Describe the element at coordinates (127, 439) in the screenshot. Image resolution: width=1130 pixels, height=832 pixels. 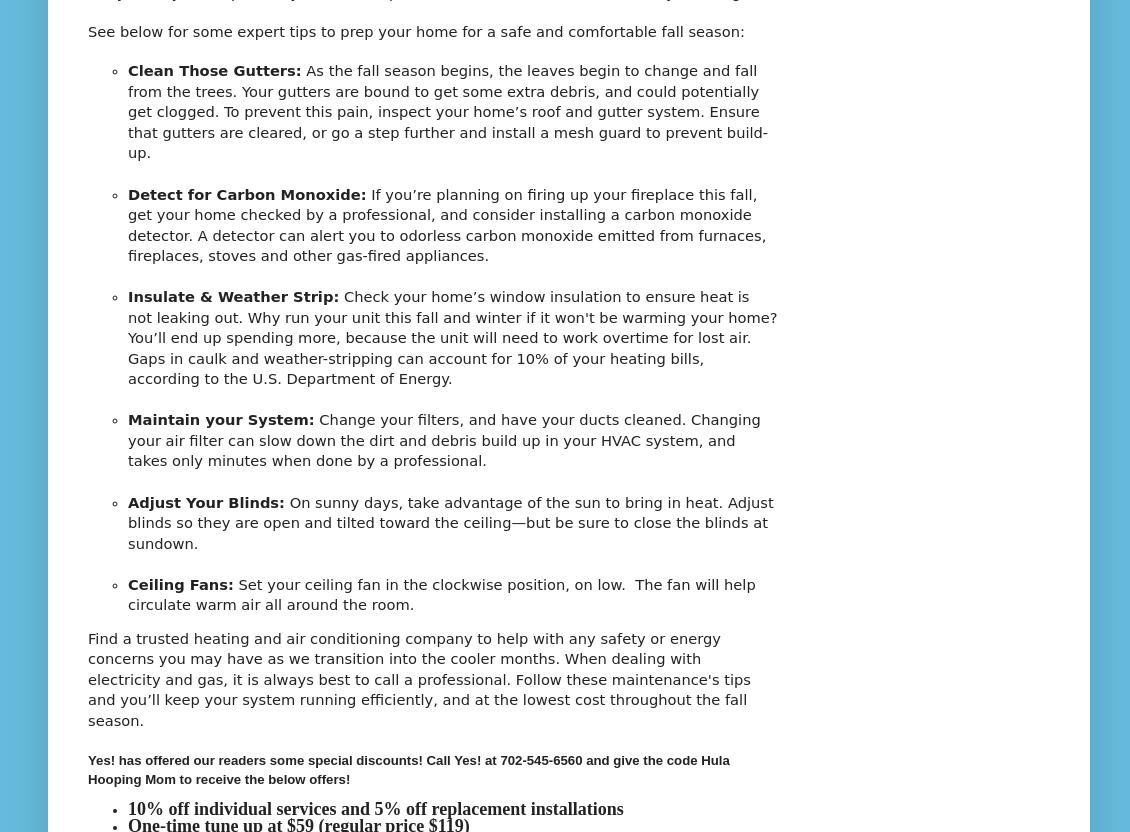
I see `'Change
     your filters, and have your ducts cleaned. Changing your air filter can
     slow down the dirt and debris build up in your HVAC system, and takes only
     minutes when done by a professional.'` at that location.